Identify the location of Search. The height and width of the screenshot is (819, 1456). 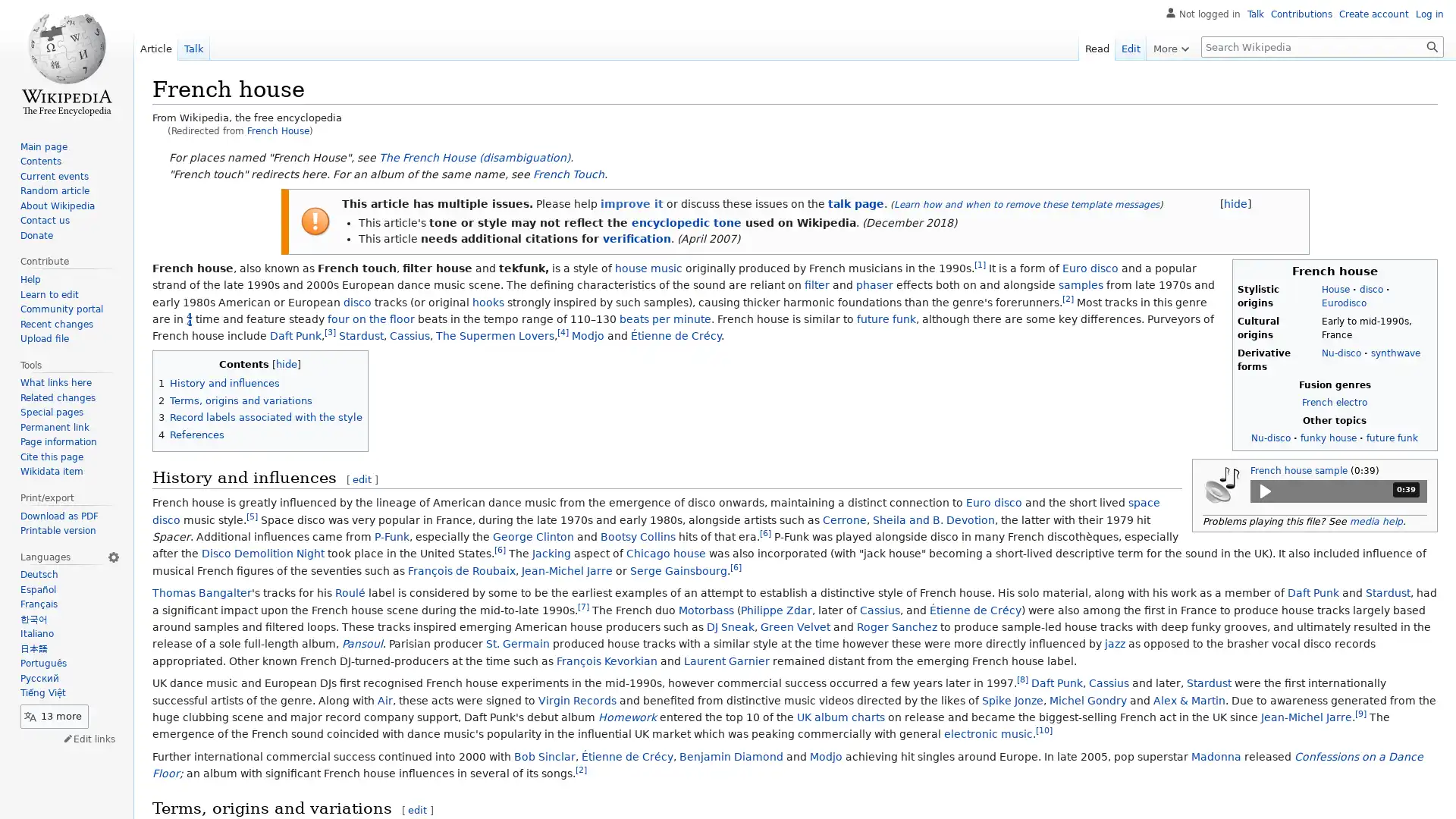
(1432, 45).